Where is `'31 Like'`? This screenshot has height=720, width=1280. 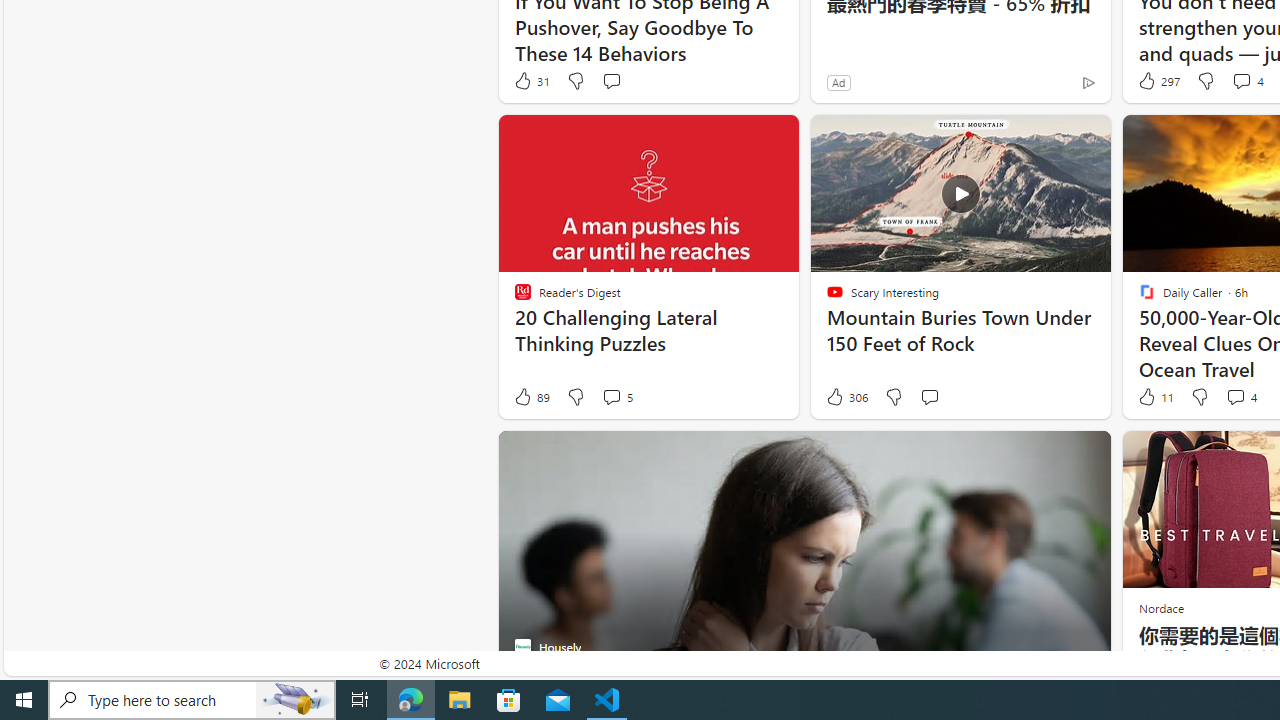 '31 Like' is located at coordinates (531, 80).